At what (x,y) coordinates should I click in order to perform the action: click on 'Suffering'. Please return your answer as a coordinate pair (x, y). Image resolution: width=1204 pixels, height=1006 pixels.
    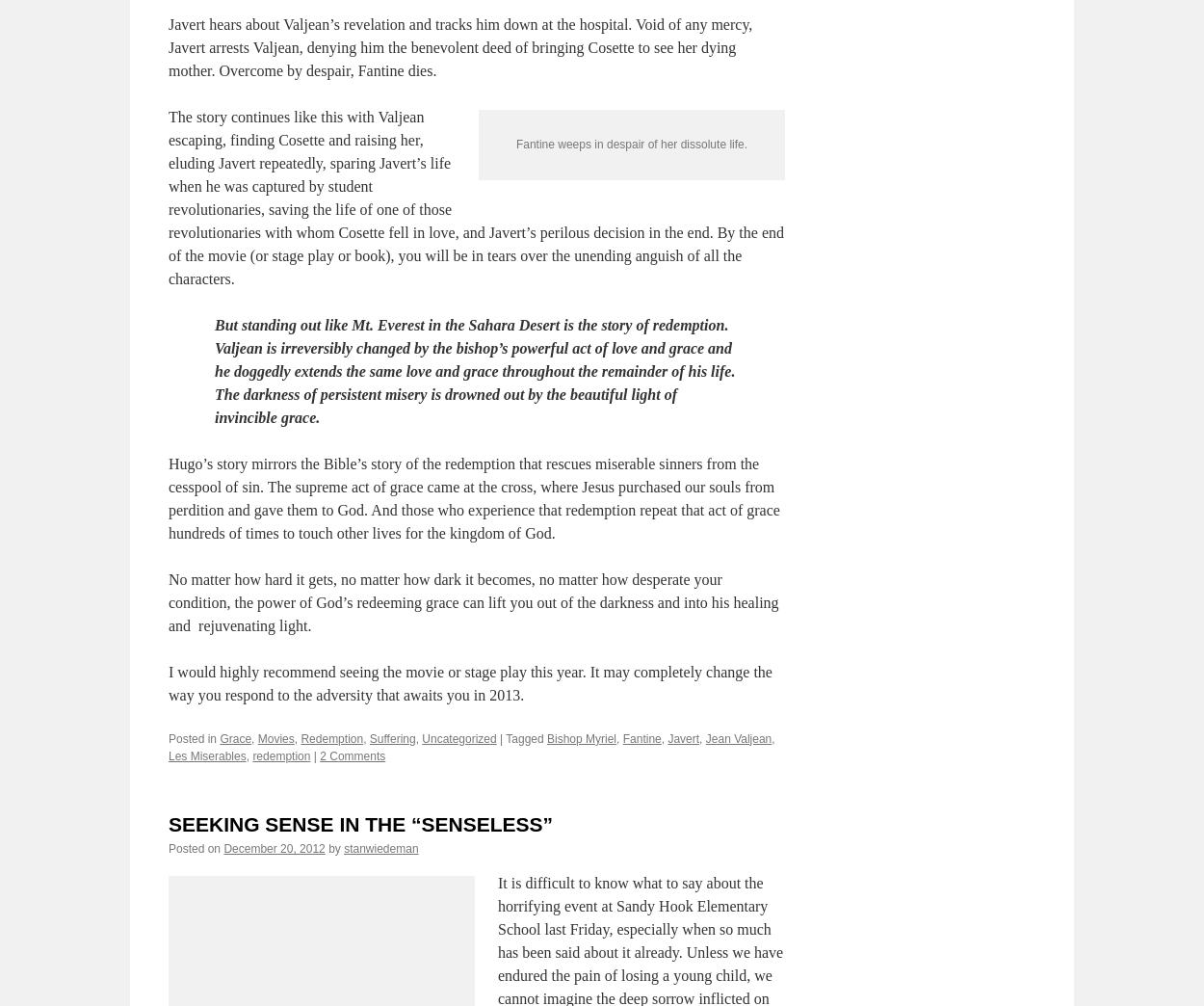
    Looking at the image, I should click on (392, 831).